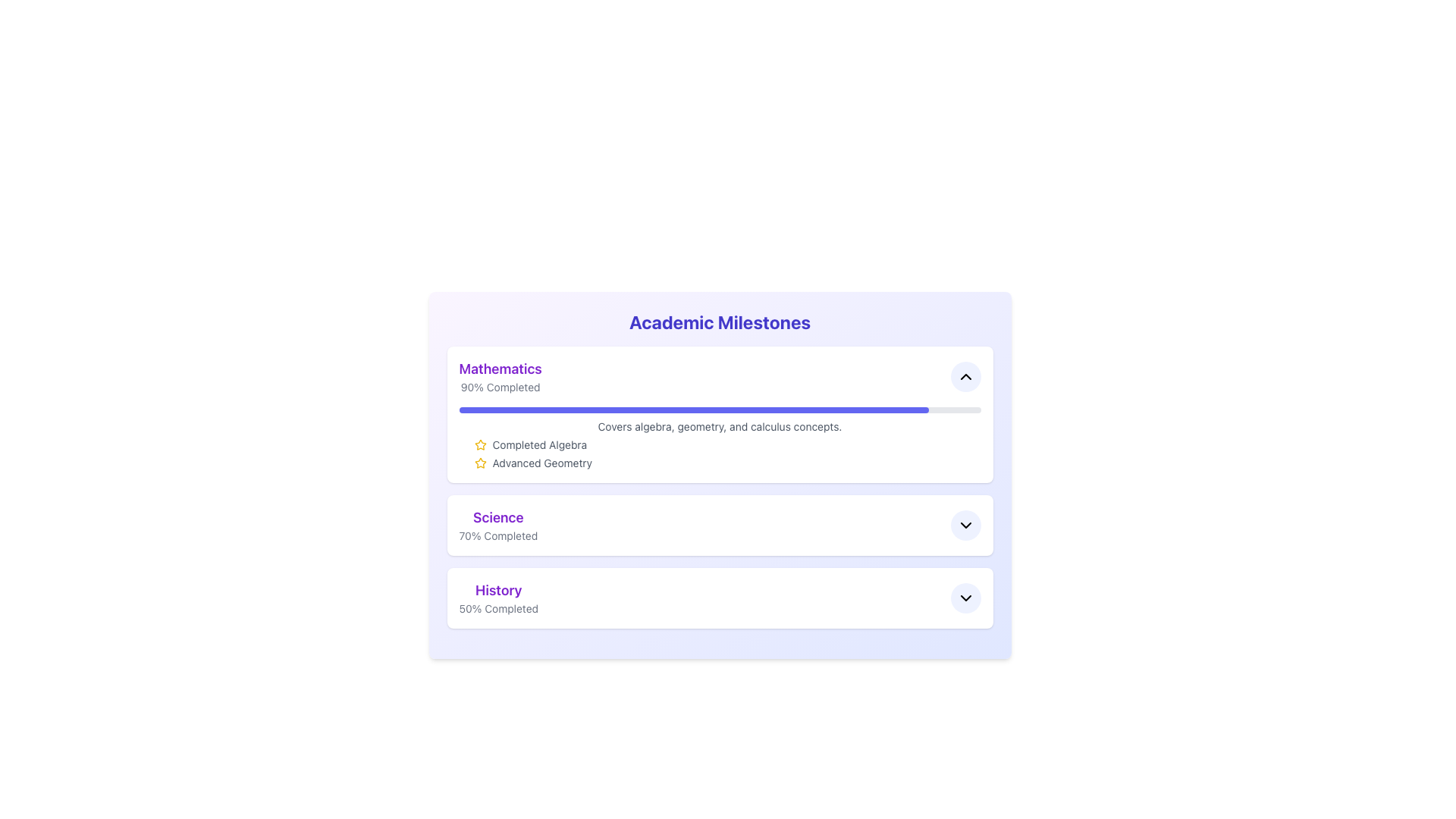 This screenshot has height=819, width=1456. What do you see at coordinates (965, 525) in the screenshot?
I see `the toggle button at the far right of the row for 'Science 70% Completed'` at bounding box center [965, 525].